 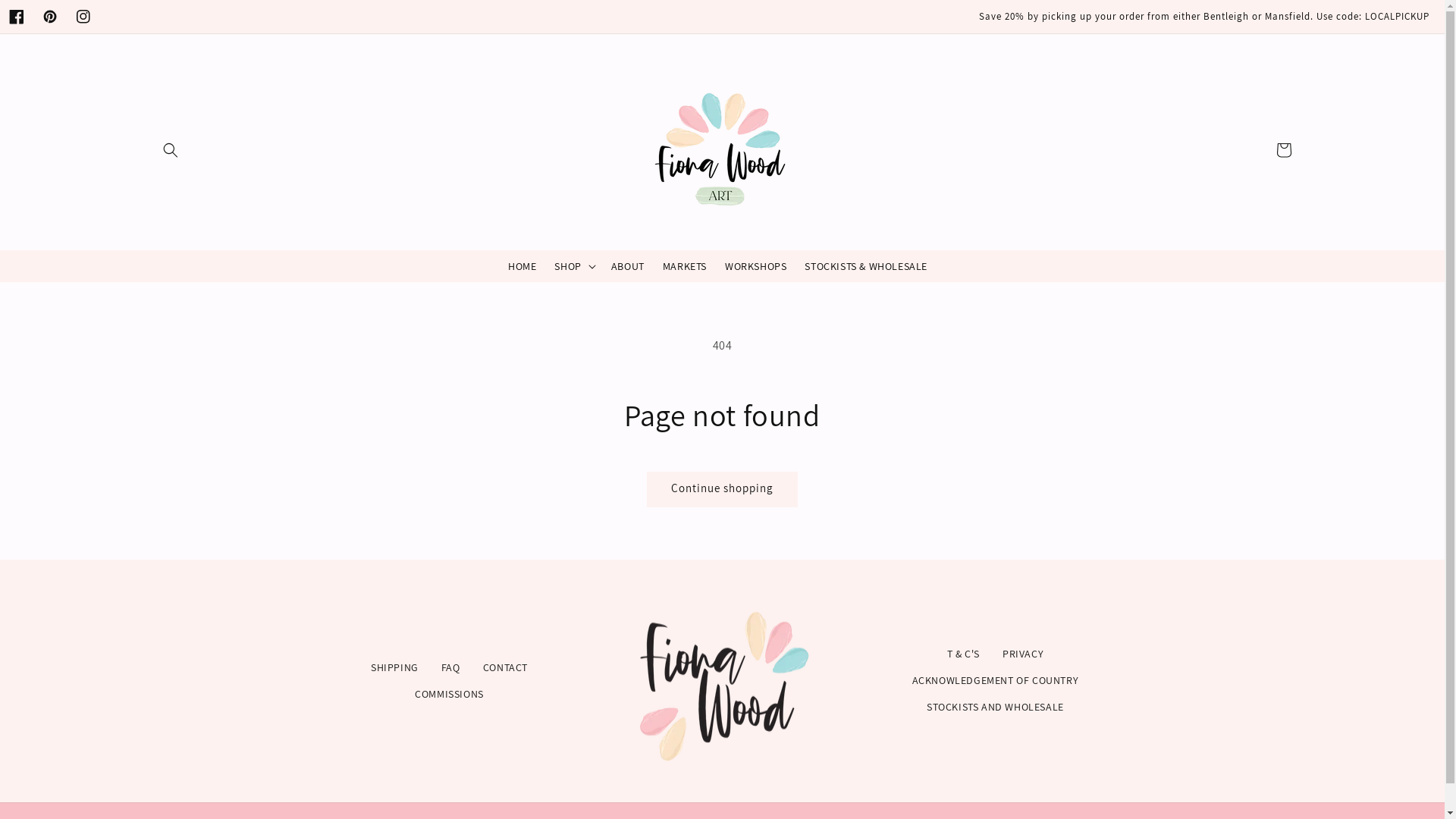 I want to click on 'ACKNOWLEDGEMENT OF COUNTRY', so click(x=996, y=679).